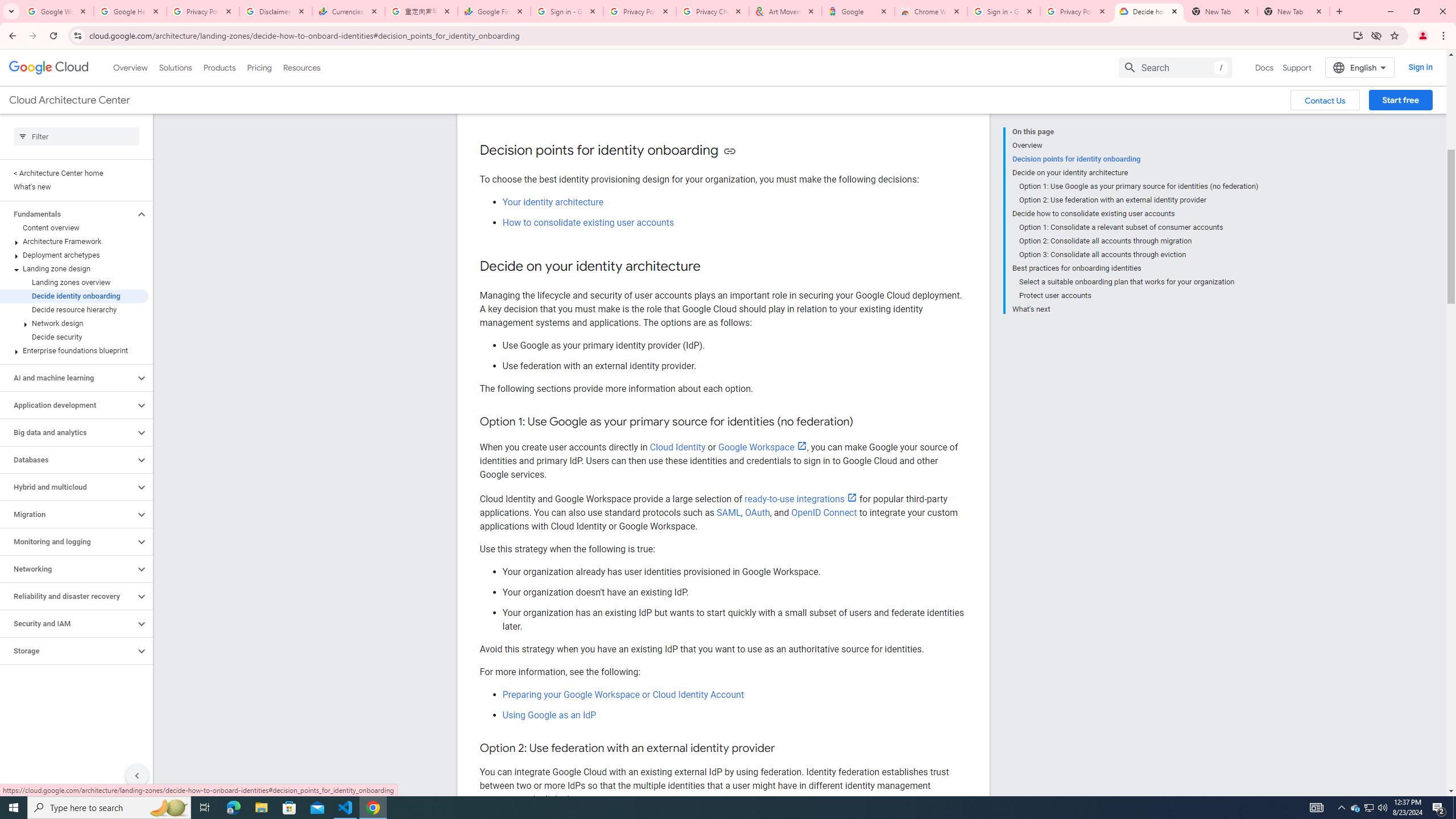  What do you see at coordinates (67, 486) in the screenshot?
I see `'Hybrid and multicloud'` at bounding box center [67, 486].